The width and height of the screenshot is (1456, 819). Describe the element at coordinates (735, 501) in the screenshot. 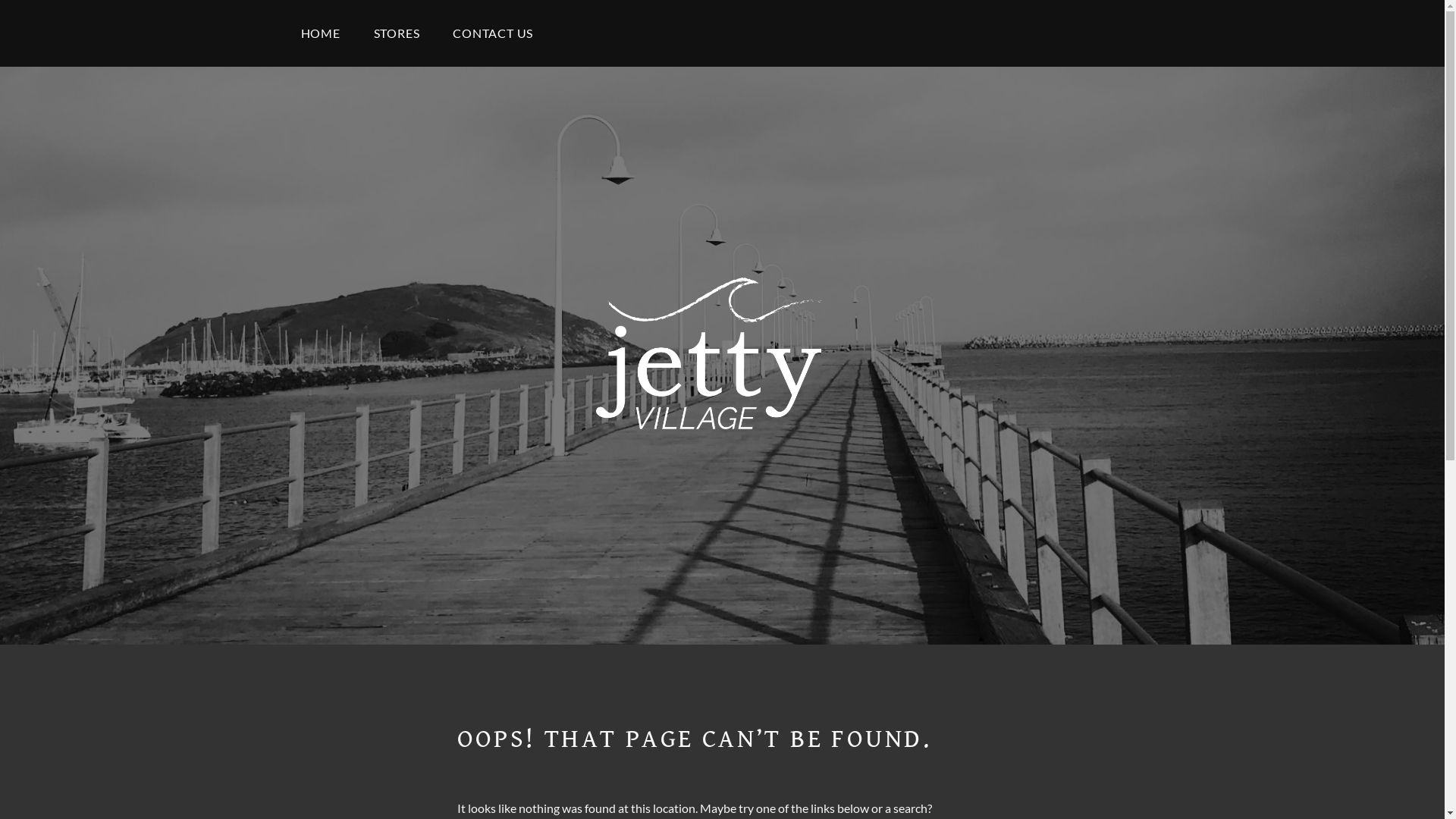

I see `'JETTY VILLAGE'` at that location.